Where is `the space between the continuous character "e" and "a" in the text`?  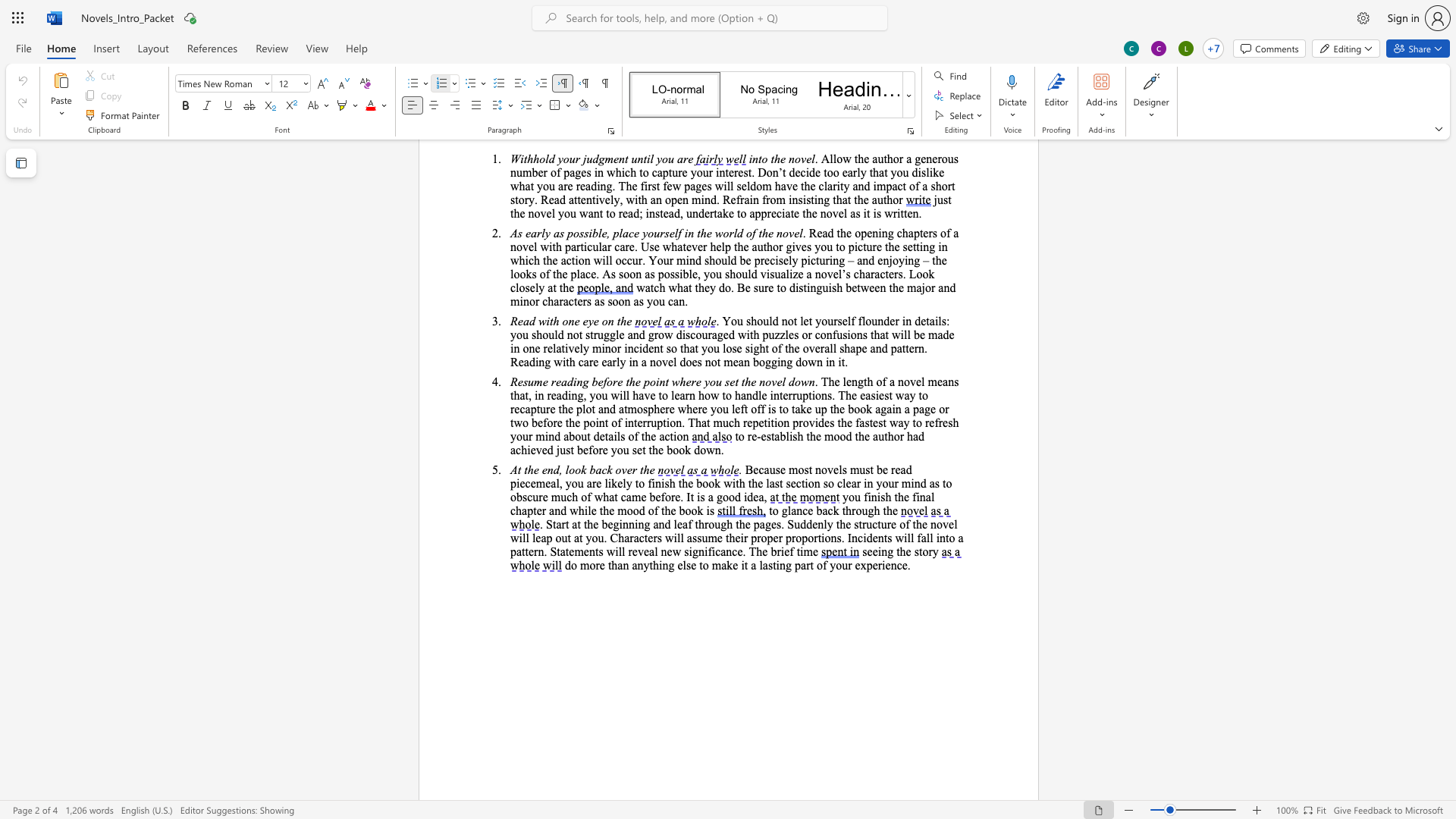
the space between the continuous character "e" and "a" in the text is located at coordinates (758, 497).